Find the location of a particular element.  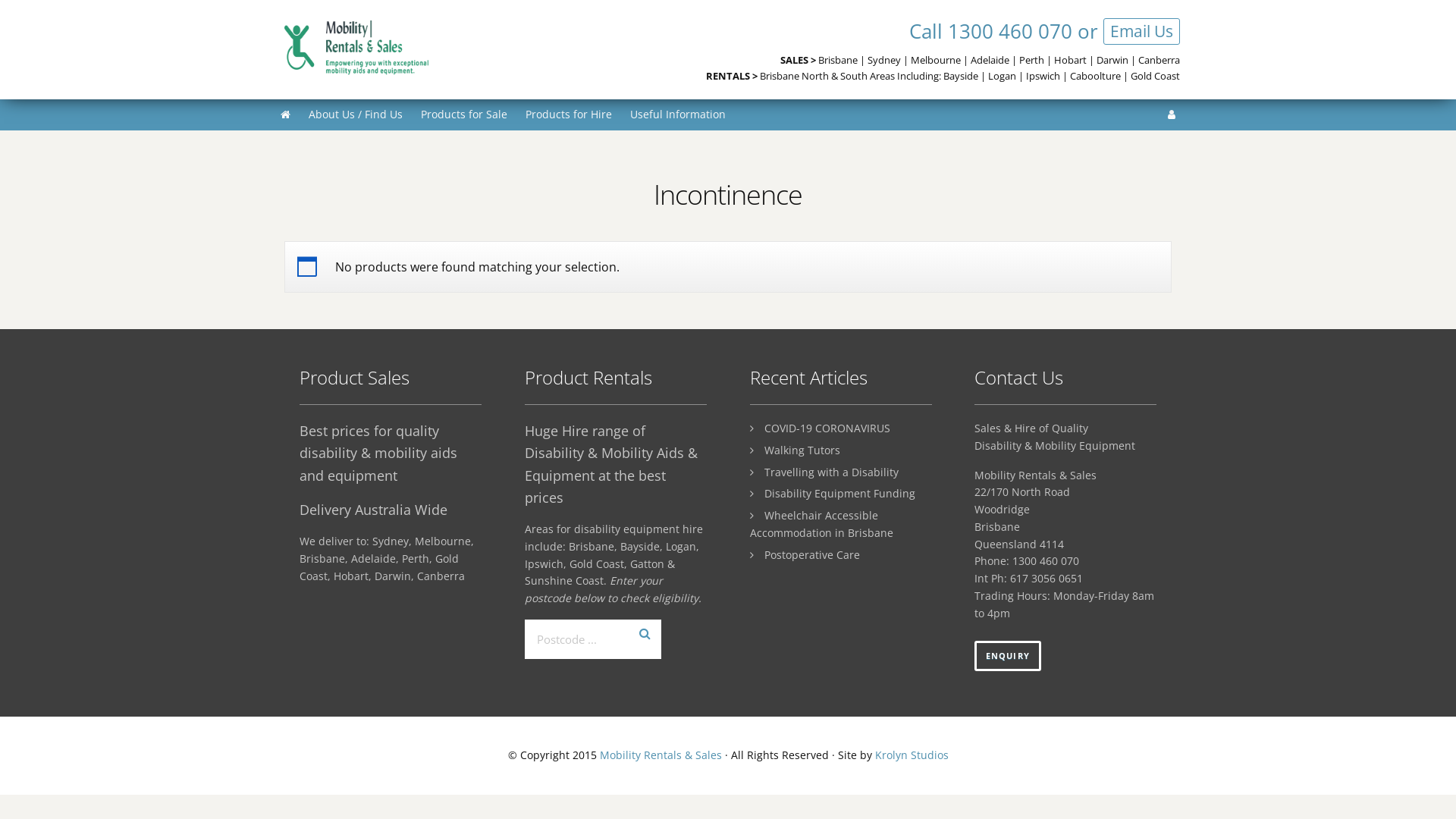

'Walking Tutors' is located at coordinates (764, 449).